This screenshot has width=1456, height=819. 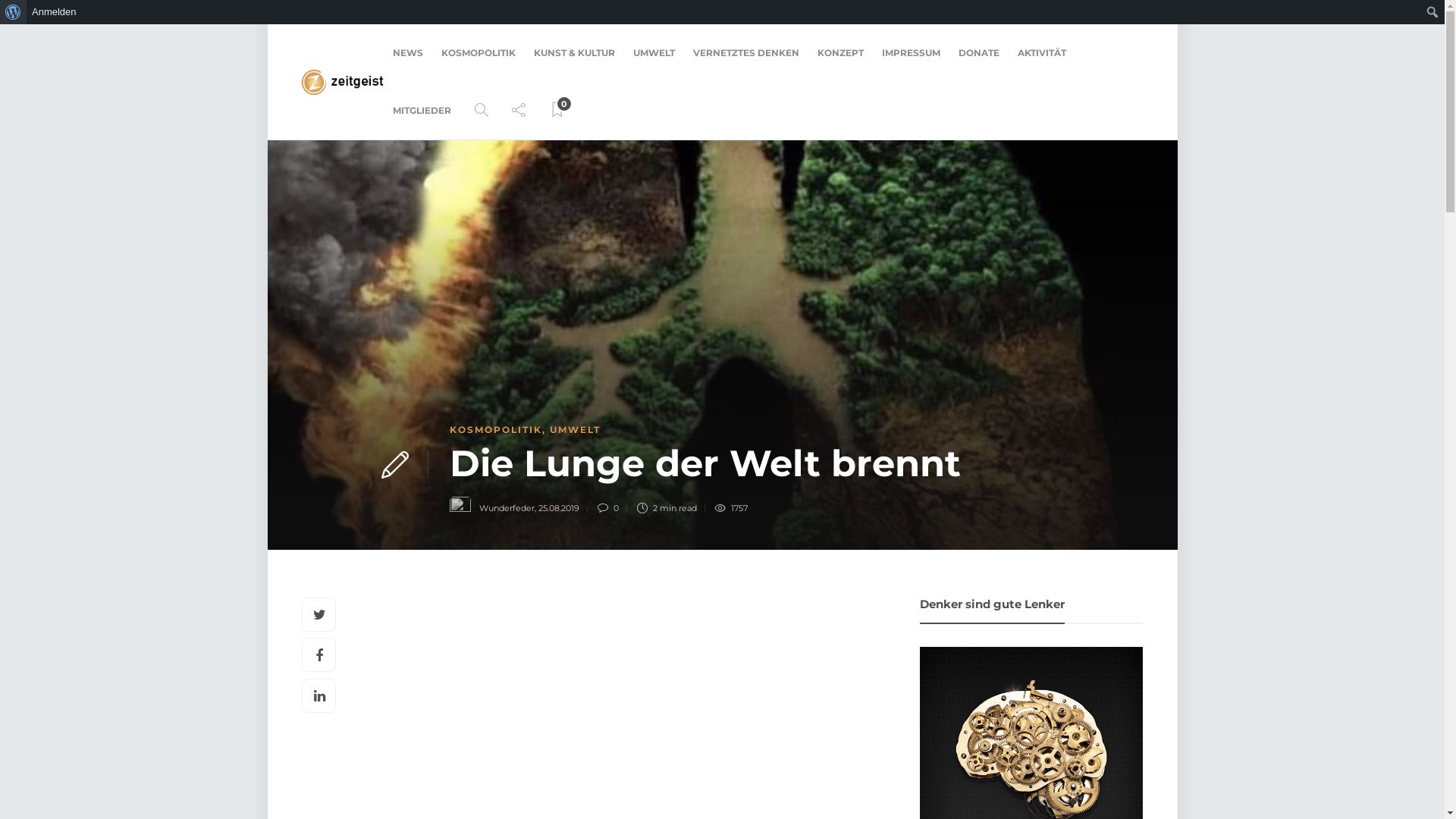 What do you see at coordinates (407, 52) in the screenshot?
I see `'NEWS'` at bounding box center [407, 52].